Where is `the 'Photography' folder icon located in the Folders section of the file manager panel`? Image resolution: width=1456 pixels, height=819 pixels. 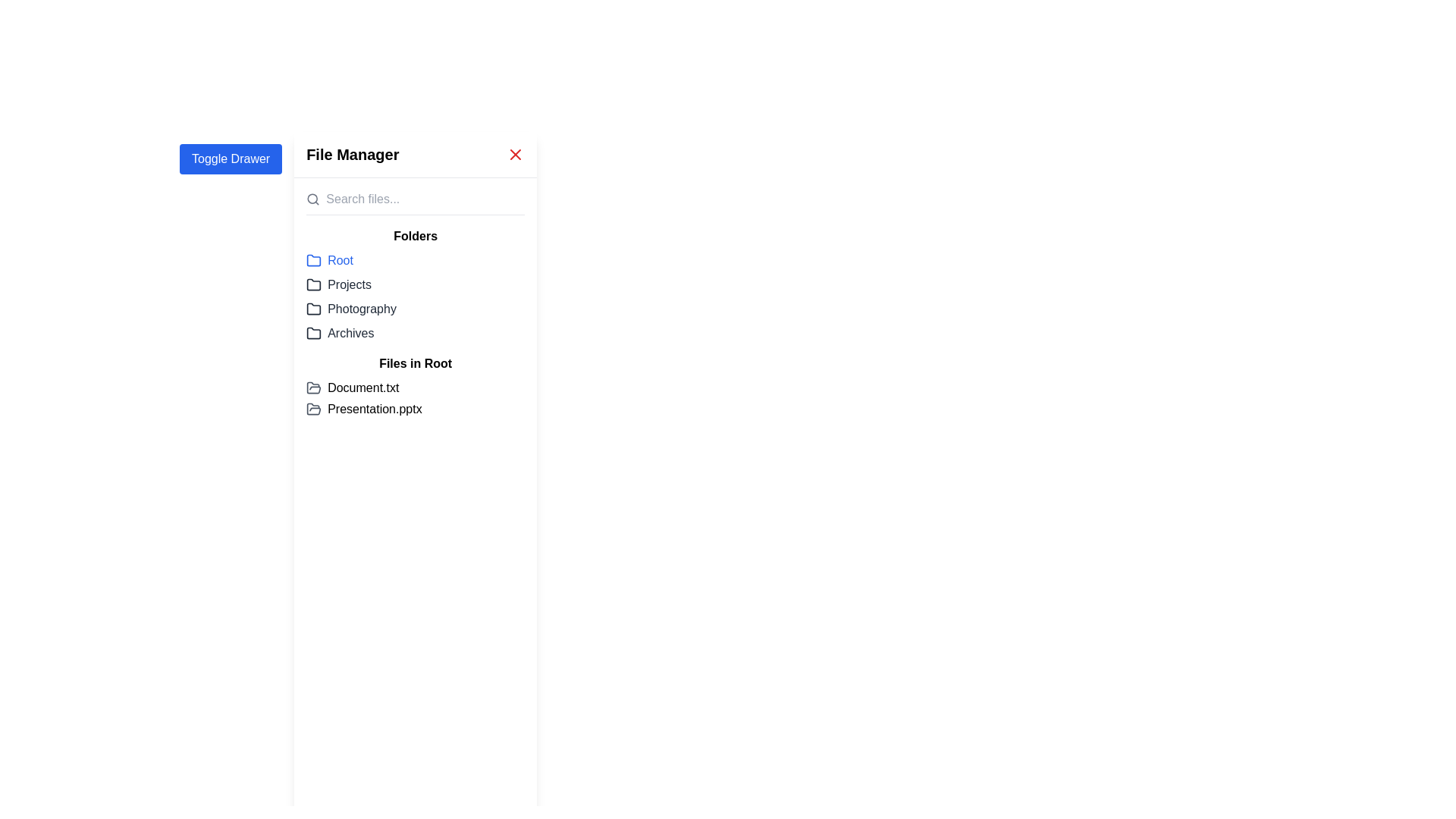
the 'Photography' folder icon located in the Folders section of the file manager panel is located at coordinates (313, 309).